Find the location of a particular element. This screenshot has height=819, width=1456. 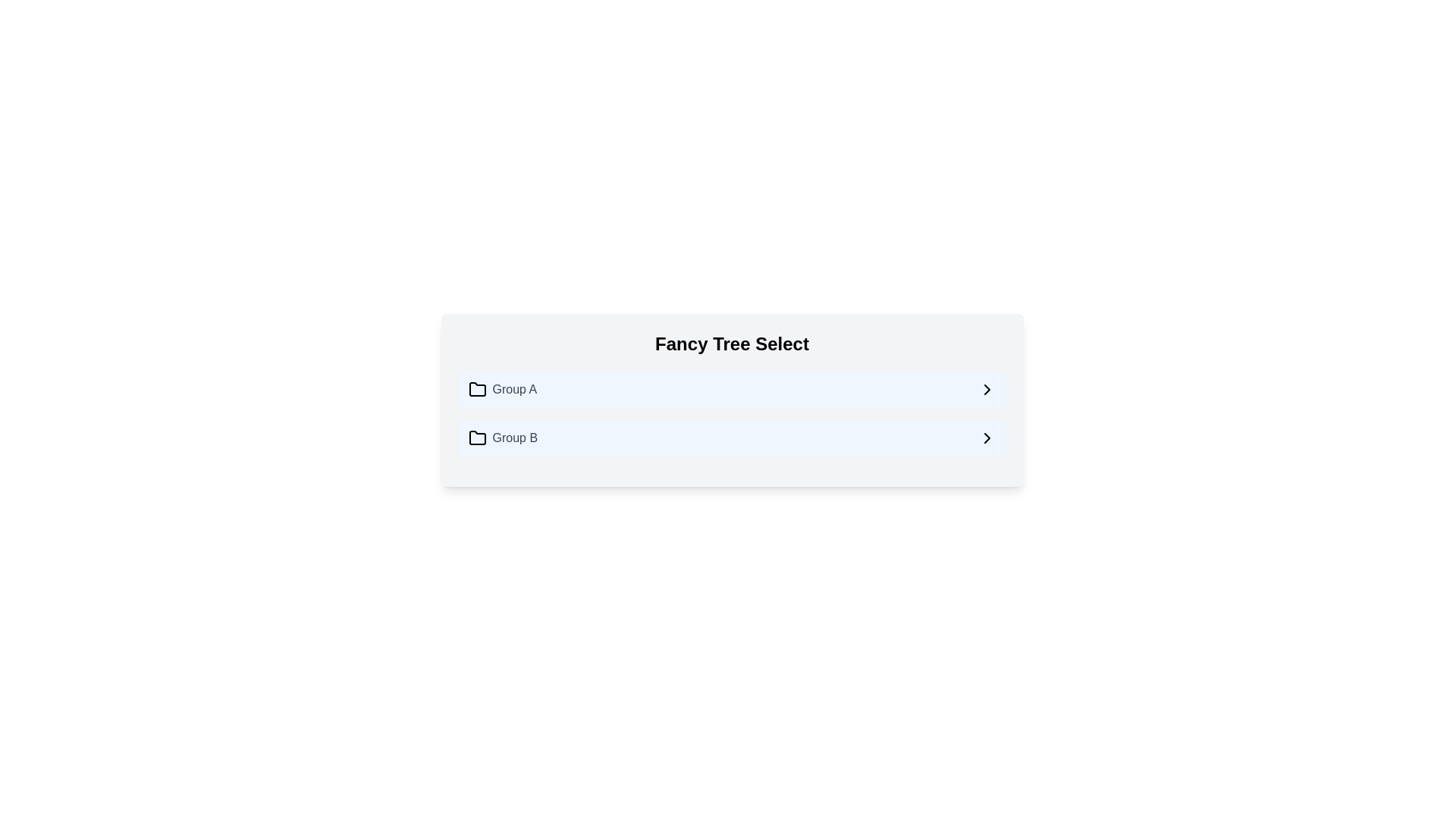

the static text label that identifies the first group in the list, positioned to the right of the folder icon is located at coordinates (514, 388).